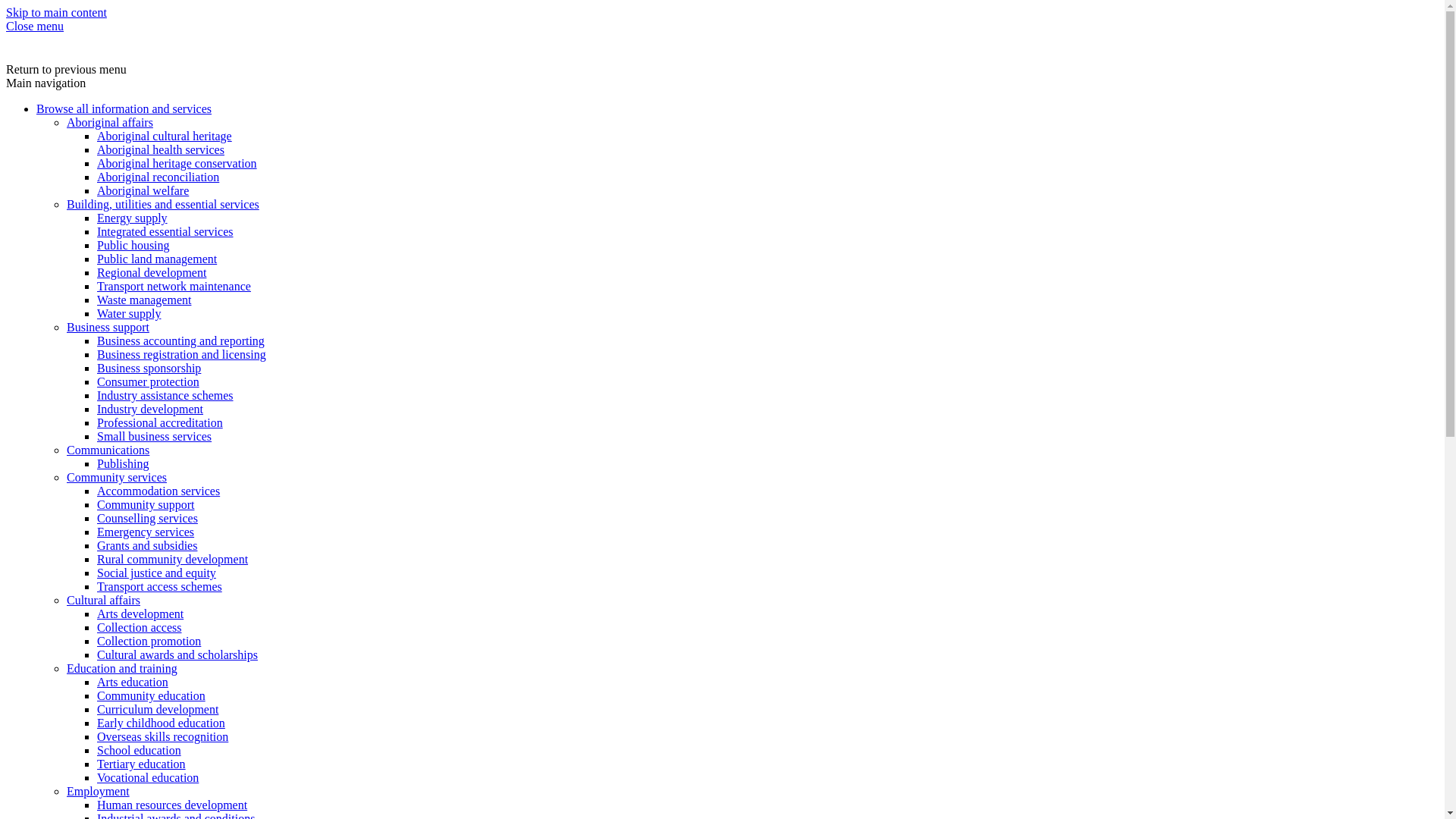 This screenshot has height=819, width=1456. Describe the element at coordinates (115, 476) in the screenshot. I see `'Community services'` at that location.